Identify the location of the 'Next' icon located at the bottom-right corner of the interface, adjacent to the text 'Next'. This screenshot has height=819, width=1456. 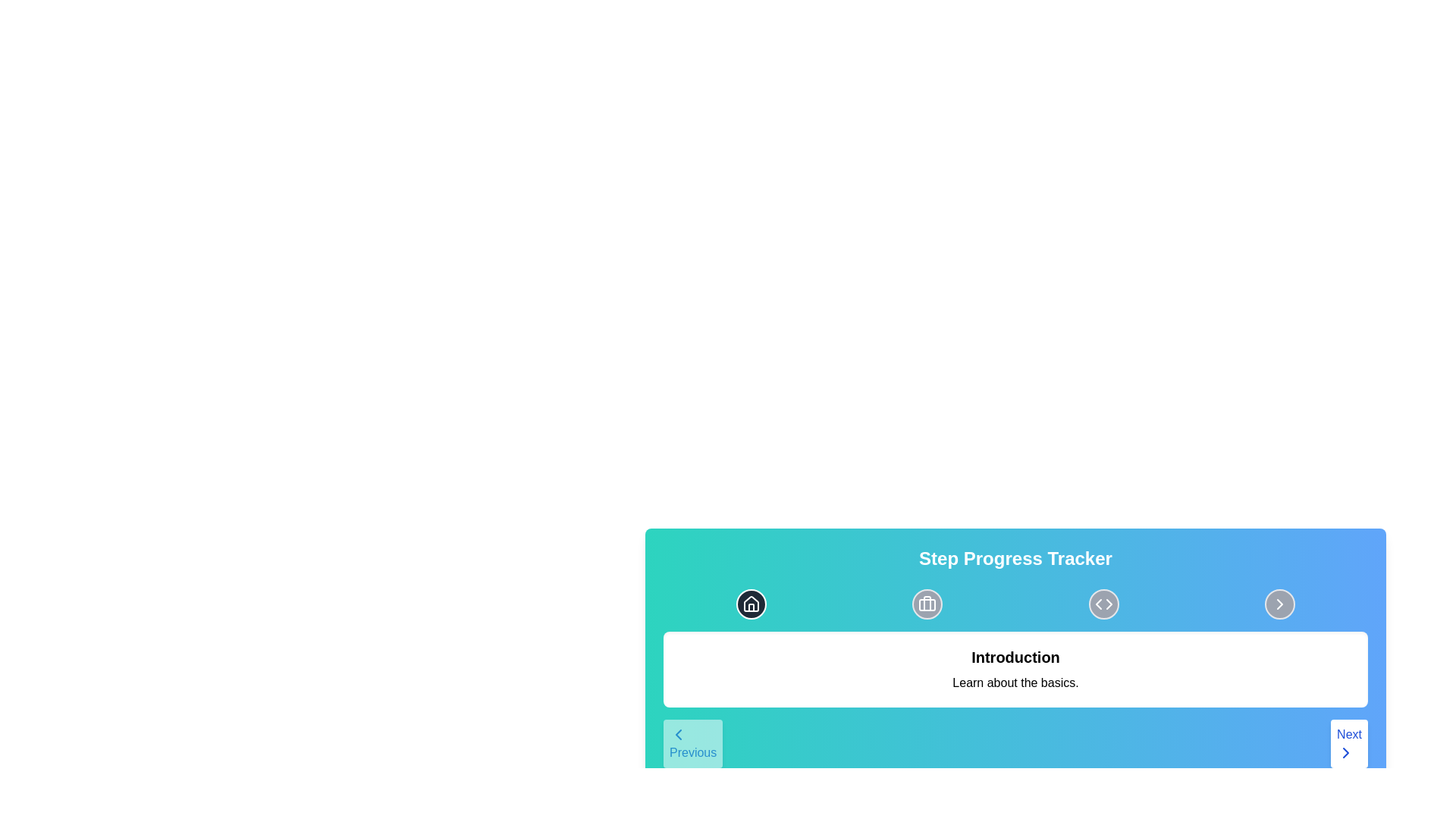
(1346, 752).